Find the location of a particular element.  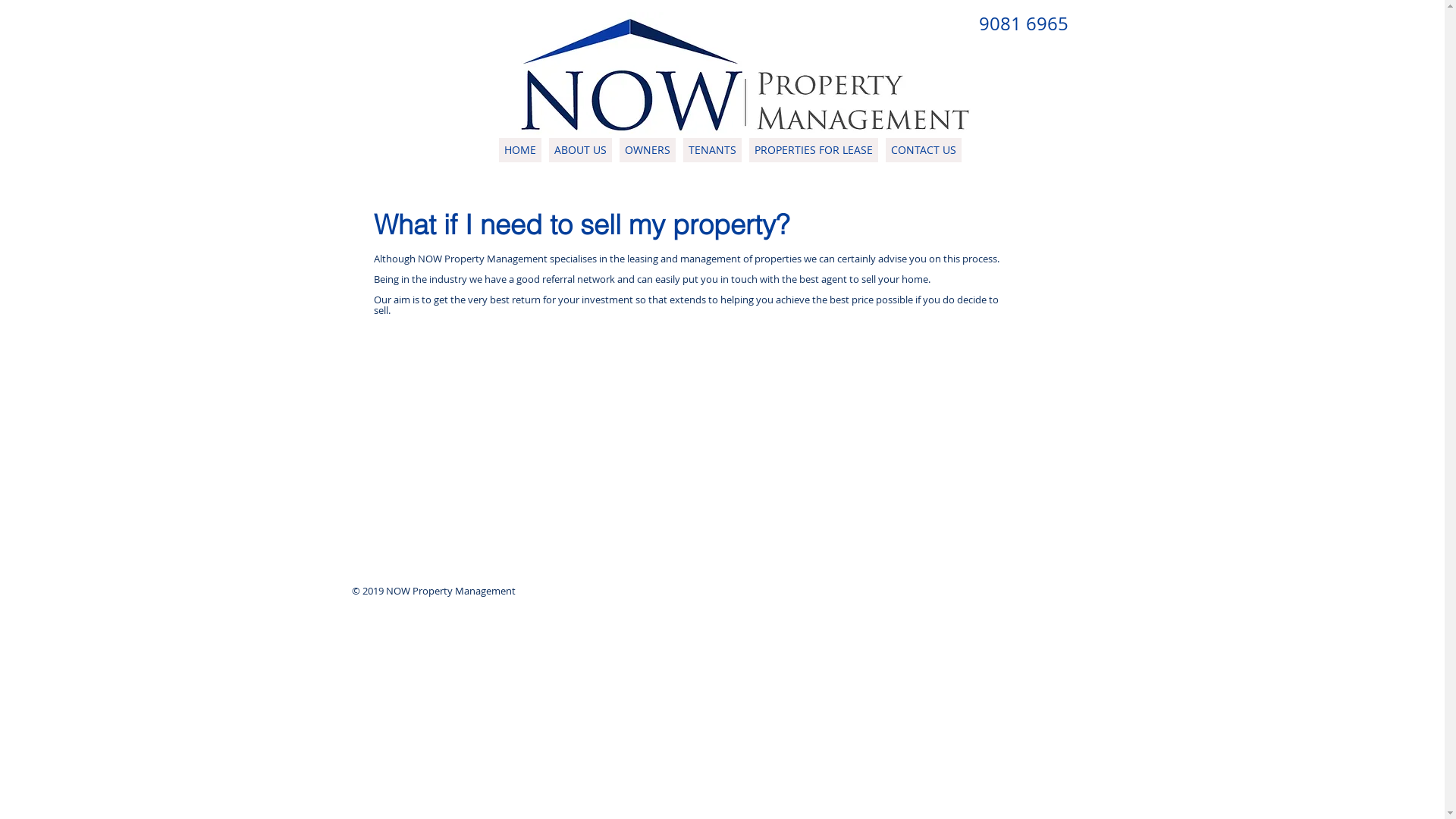

'OWNERS' is located at coordinates (647, 149).